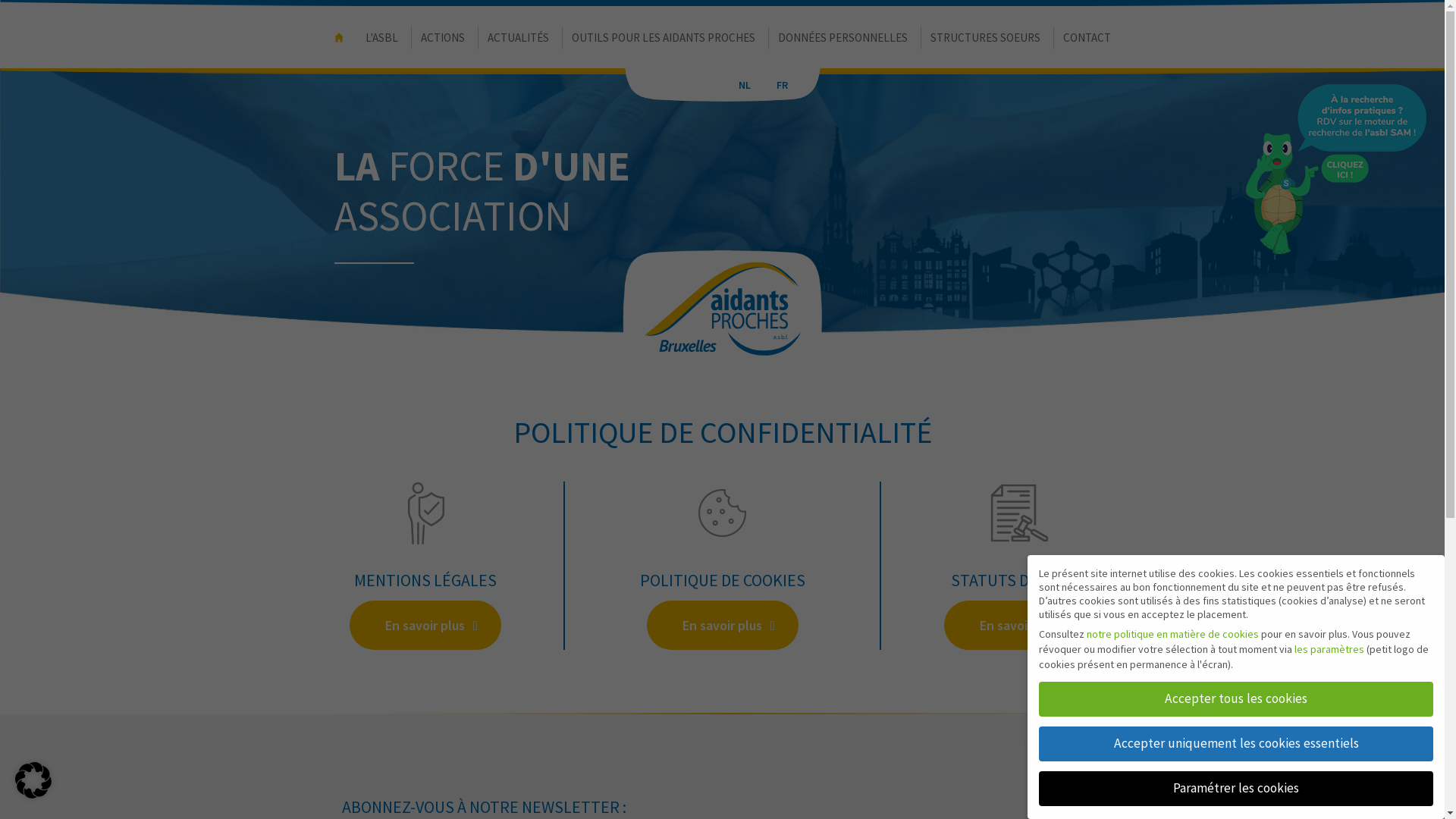  What do you see at coordinates (442, 34) in the screenshot?
I see `'ACTIONS'` at bounding box center [442, 34].